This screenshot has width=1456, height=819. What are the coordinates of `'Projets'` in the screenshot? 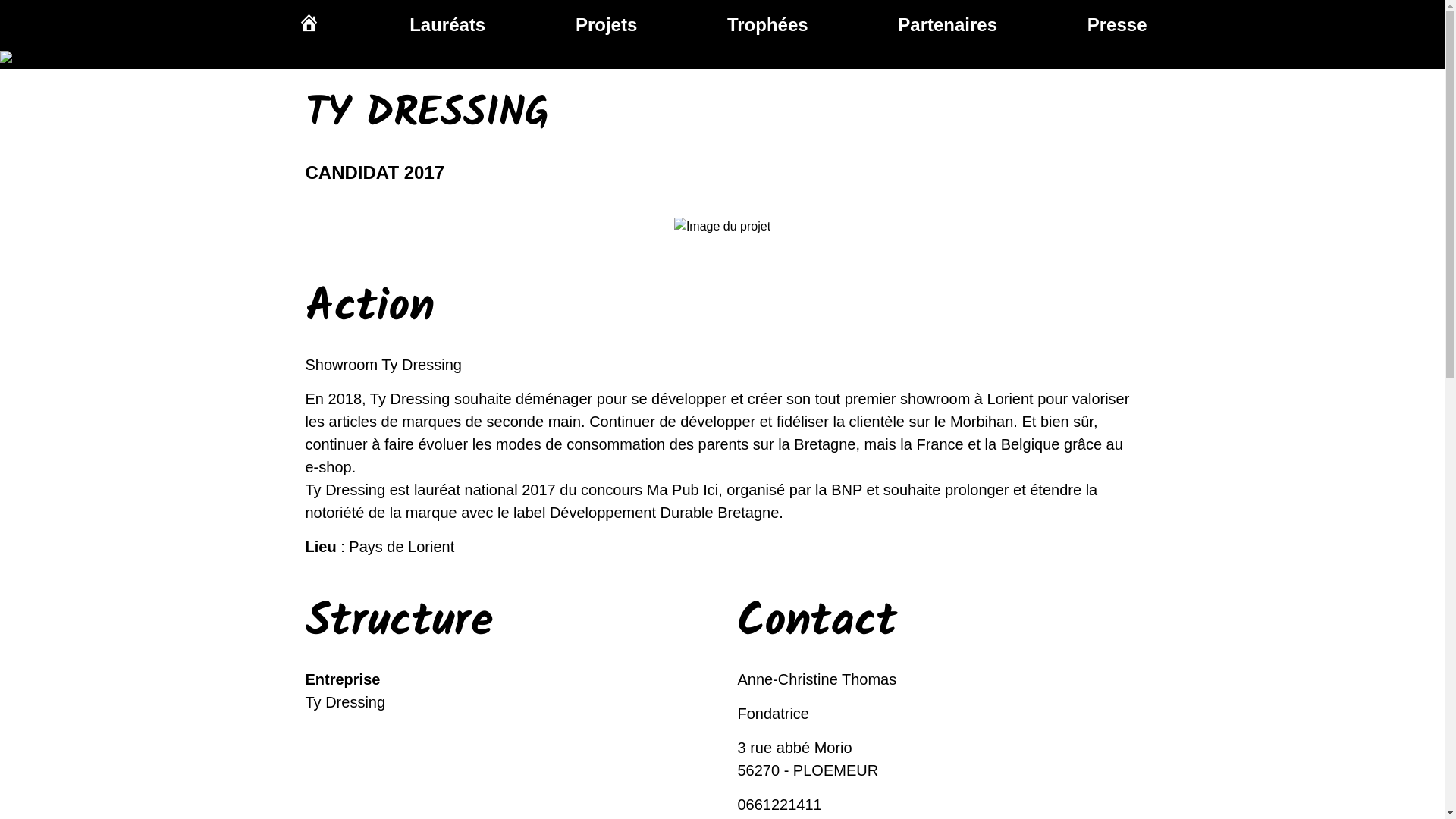 It's located at (605, 24).